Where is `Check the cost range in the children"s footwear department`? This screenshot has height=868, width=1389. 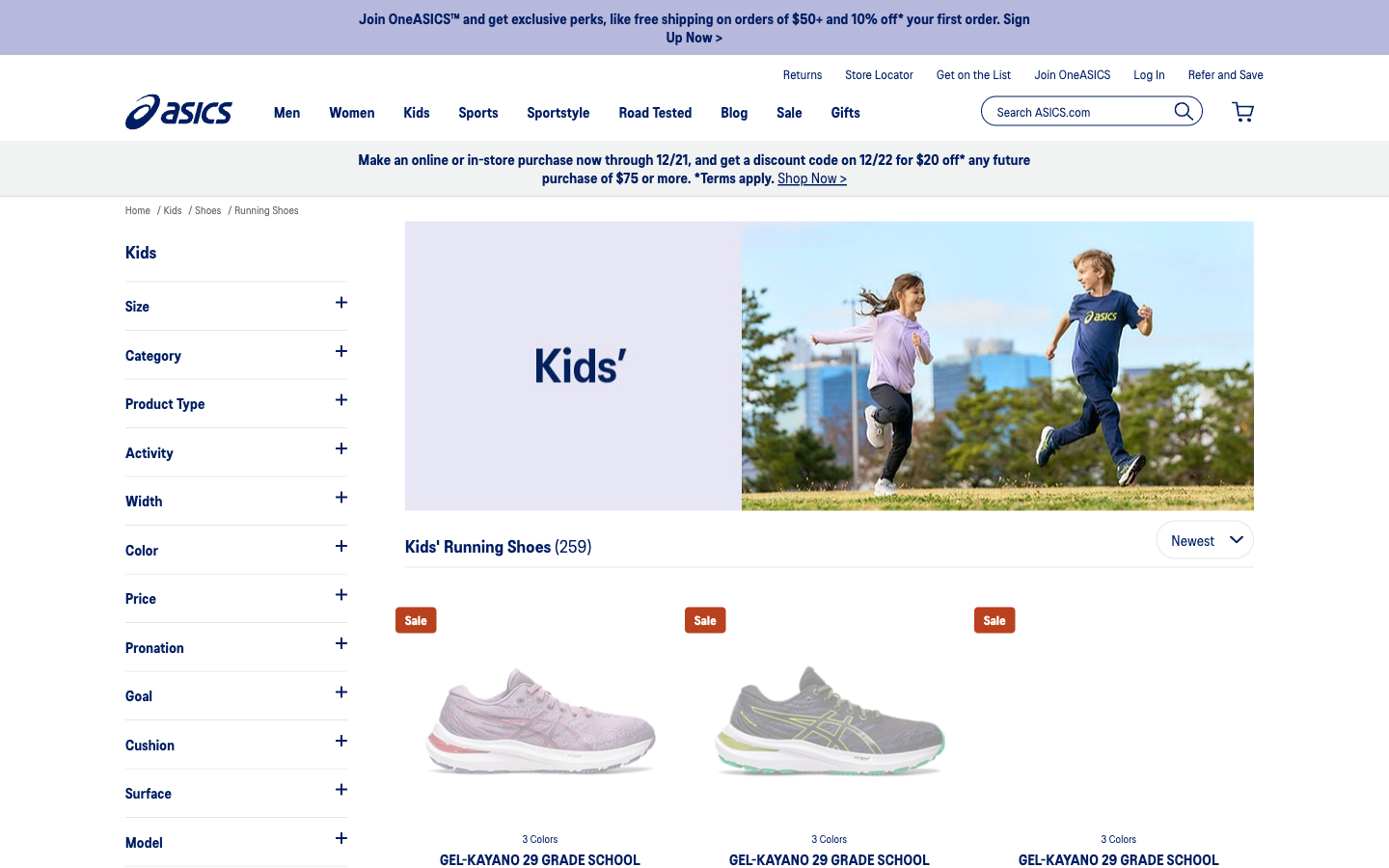 Check the cost range in the children"s footwear department is located at coordinates (234, 598).